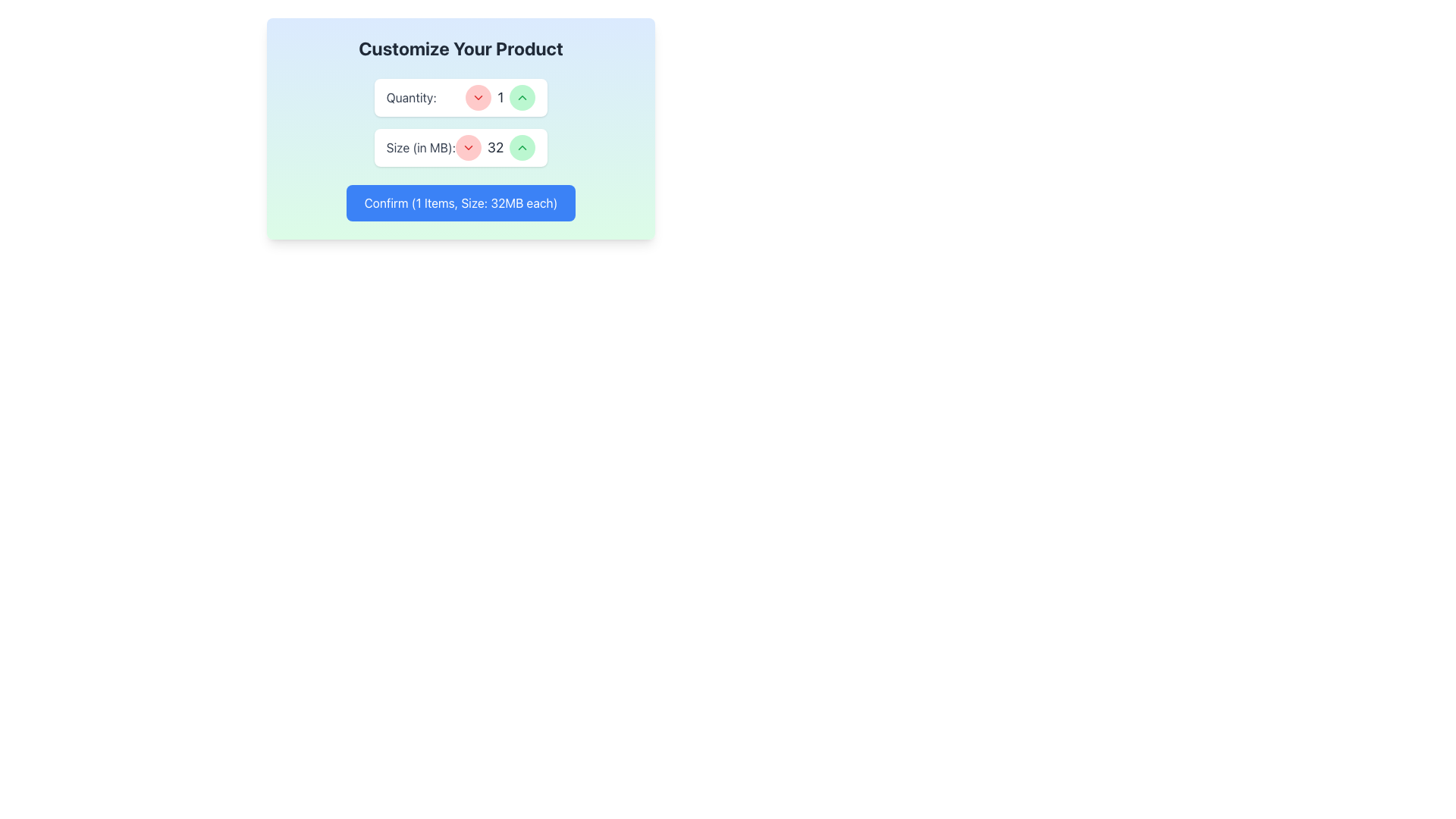 The height and width of the screenshot is (819, 1456). What do you see at coordinates (495, 148) in the screenshot?
I see `the text element displaying the number '32' which is styled with a large font size and gray color, located between a red button with a downward chevron and a green button with an upward chevron in the 'Size (in MB):' section` at bounding box center [495, 148].